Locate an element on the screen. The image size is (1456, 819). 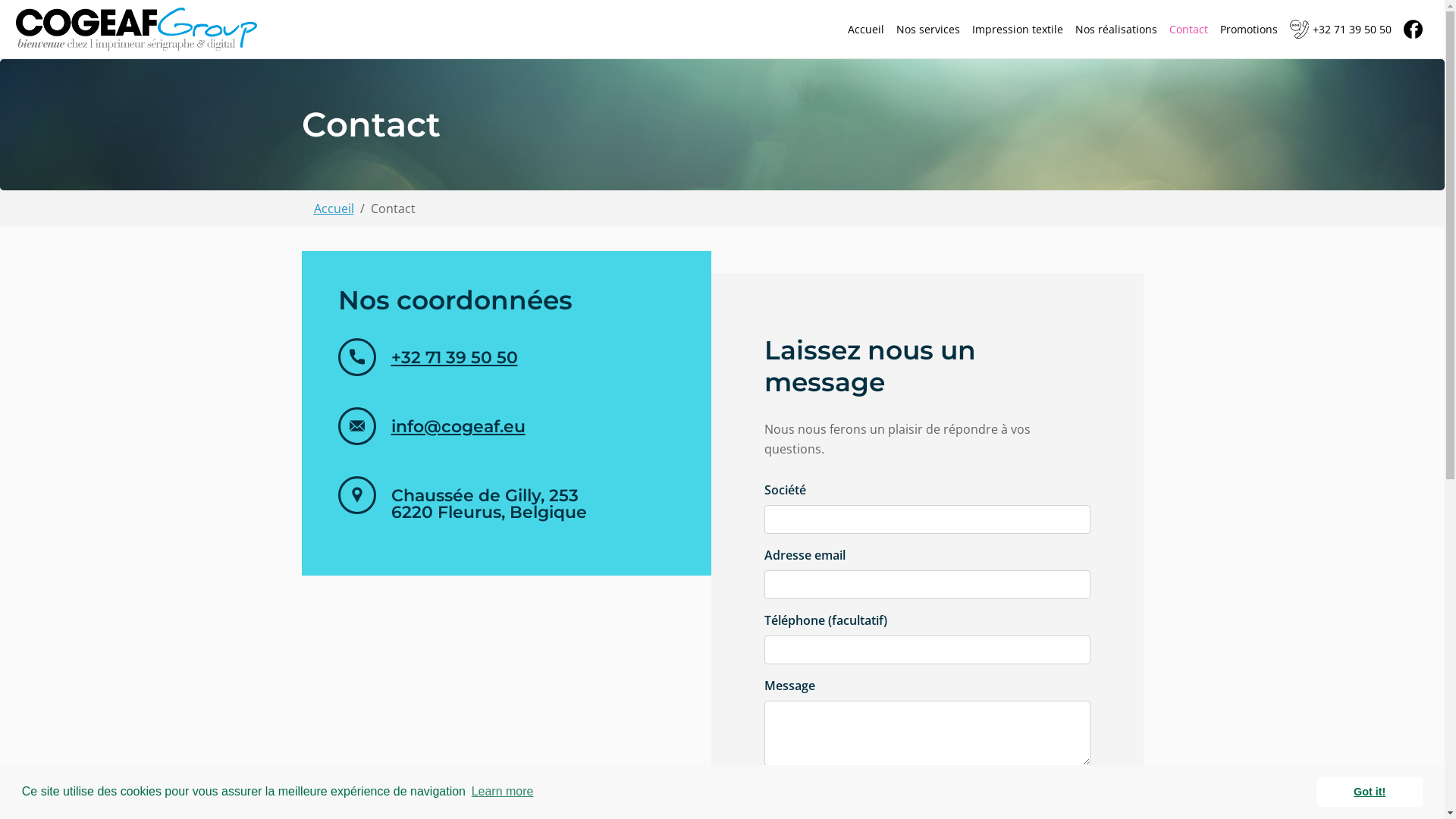
'Promotions' is located at coordinates (1248, 29).